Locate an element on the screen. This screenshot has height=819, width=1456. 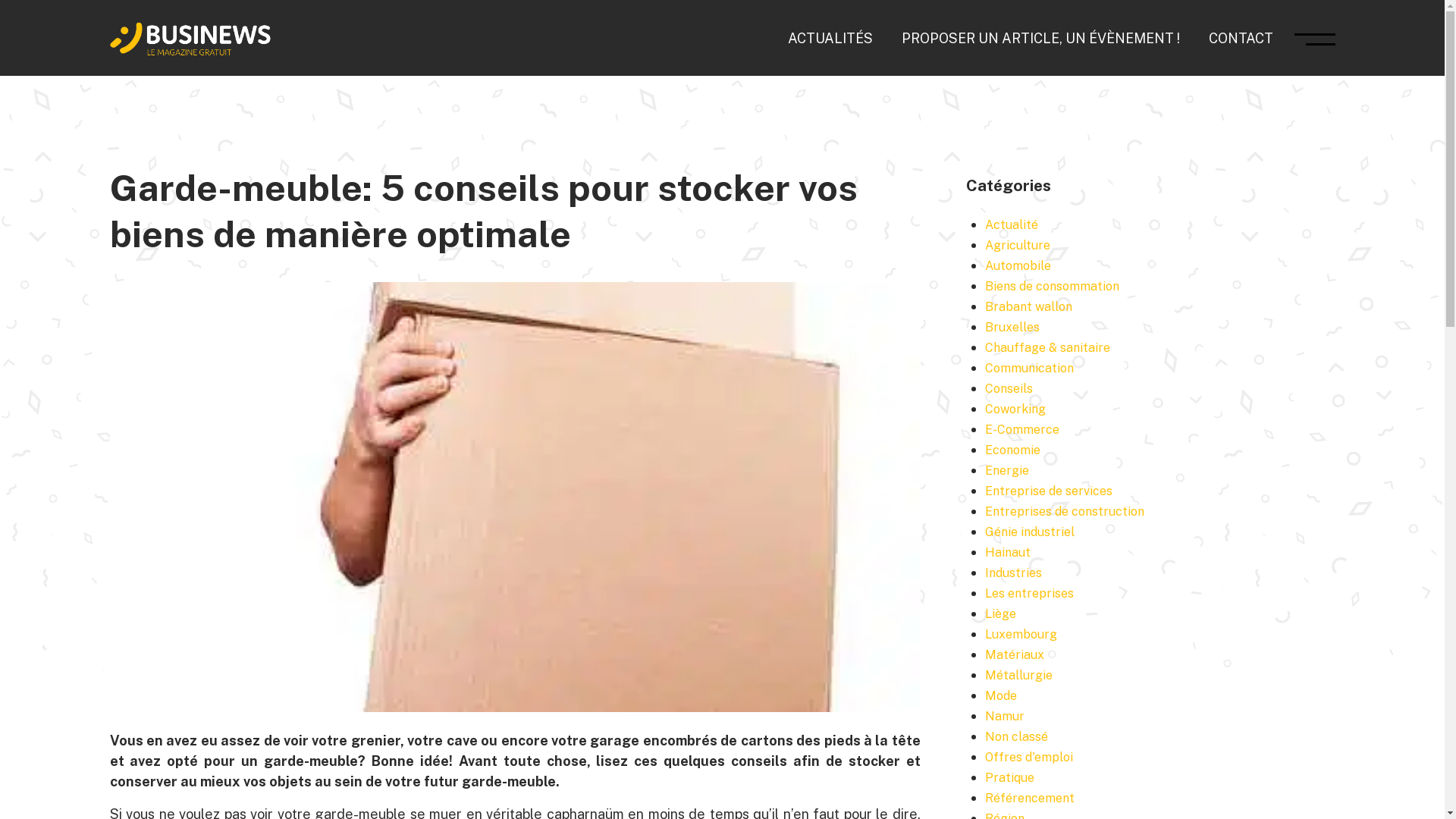
'Chauffage & sanitaire' is located at coordinates (1046, 347).